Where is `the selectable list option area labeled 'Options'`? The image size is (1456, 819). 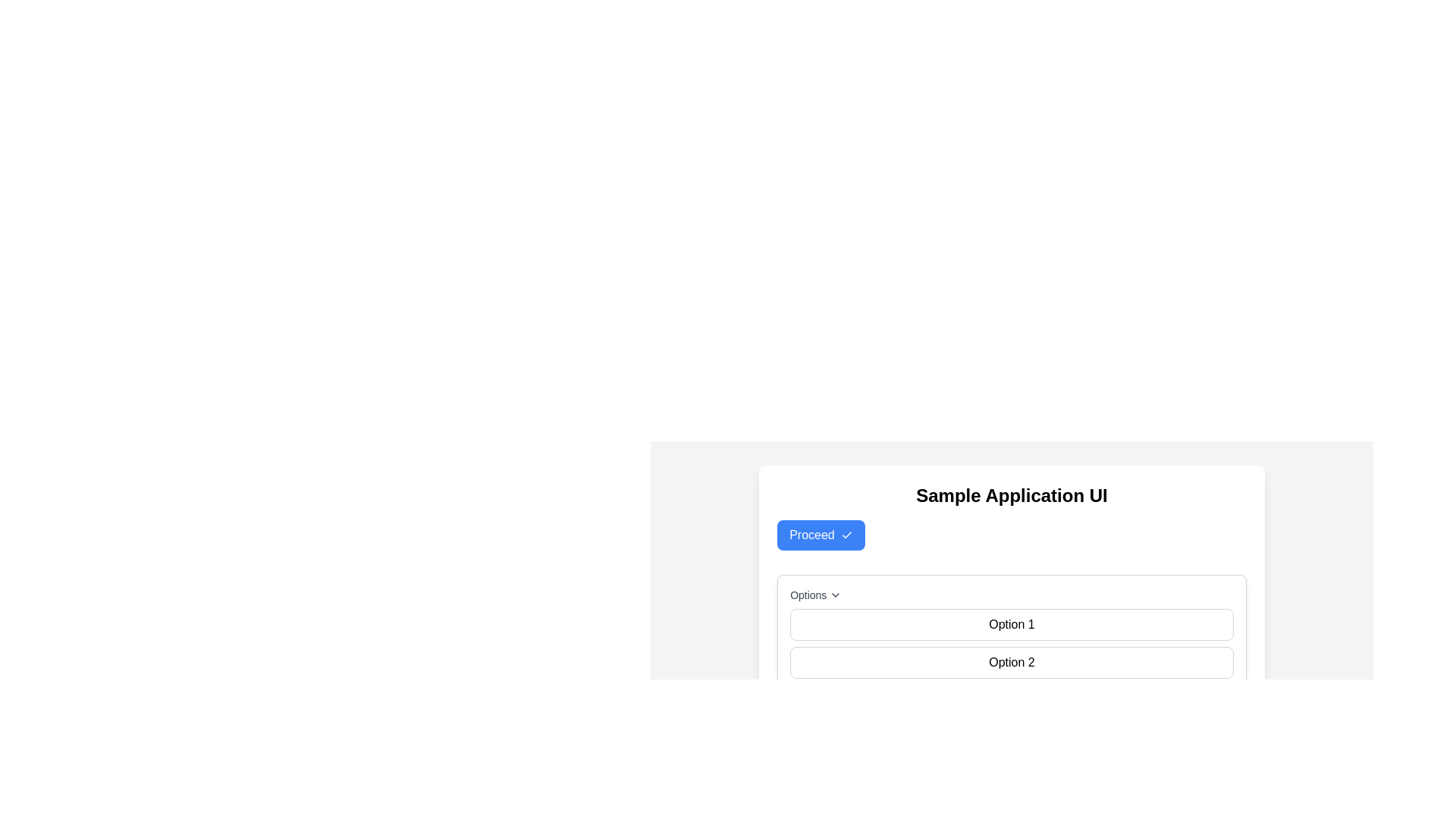 the selectable list option area labeled 'Options' is located at coordinates (1012, 651).